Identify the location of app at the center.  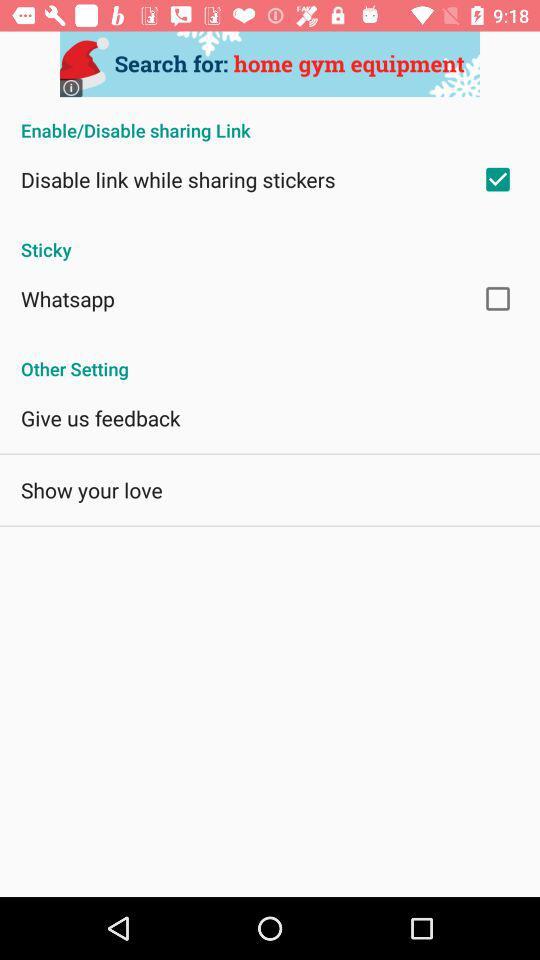
(270, 358).